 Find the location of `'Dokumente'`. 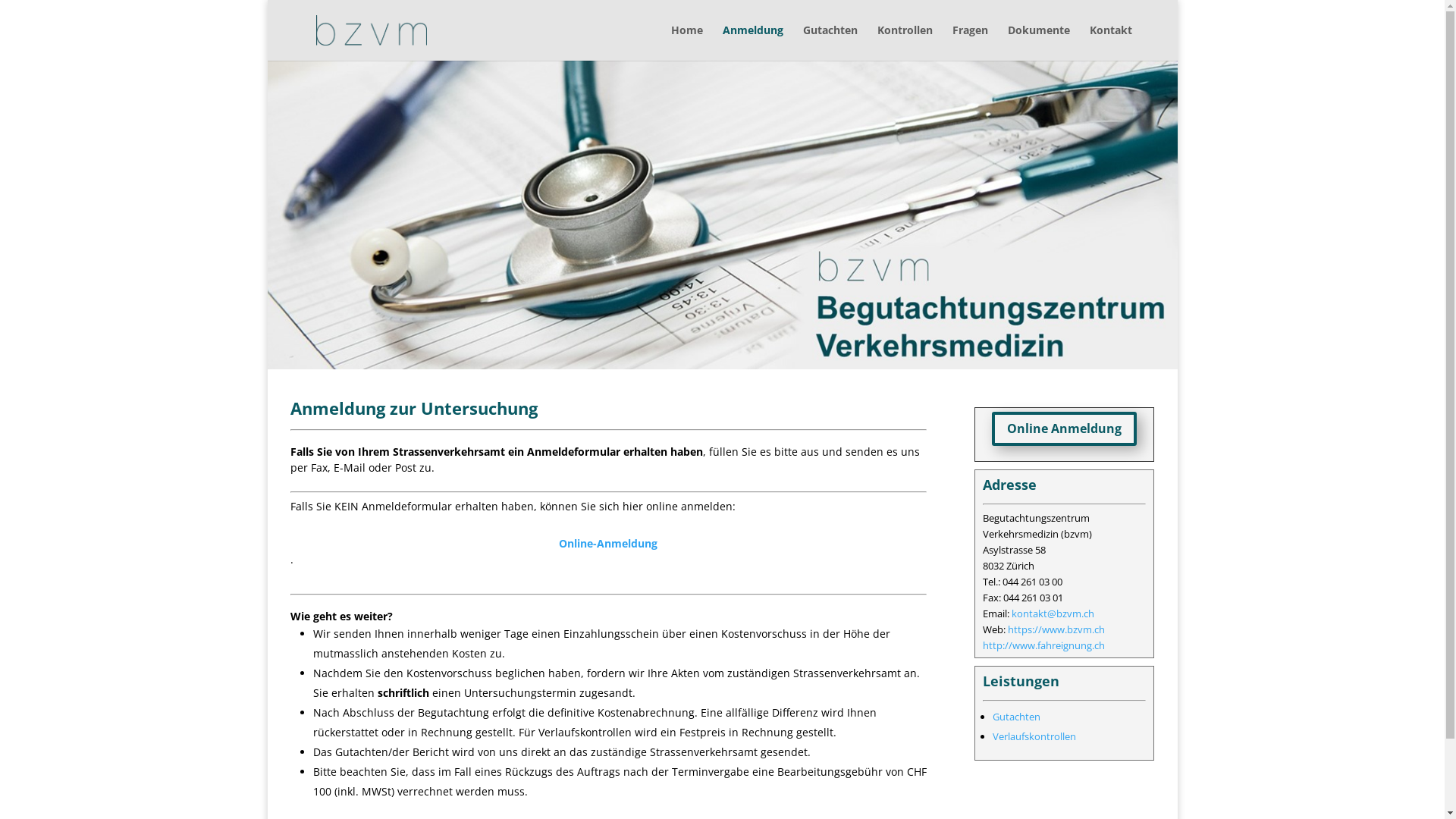

'Dokumente' is located at coordinates (1037, 42).